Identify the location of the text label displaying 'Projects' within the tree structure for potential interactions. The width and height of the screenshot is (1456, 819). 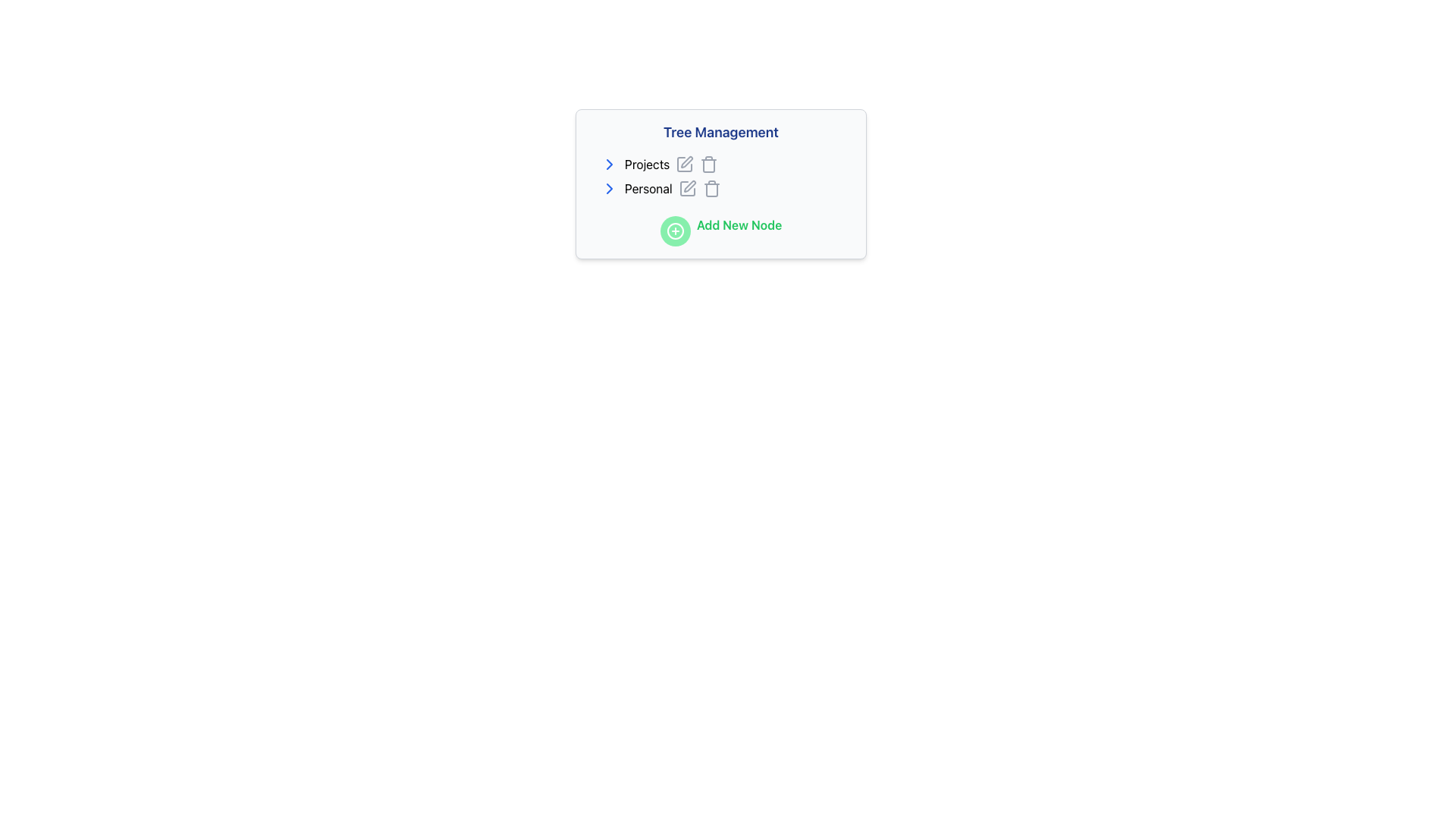
(647, 164).